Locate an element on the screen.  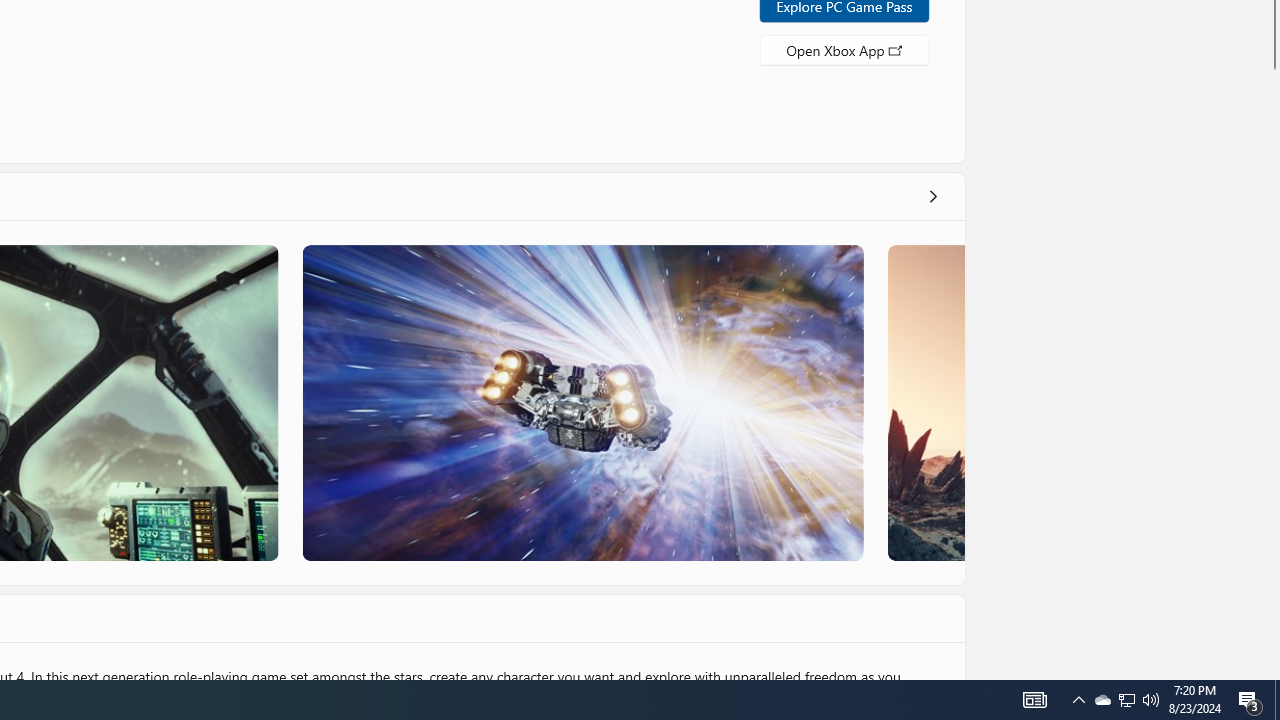
'Open Xbox App' is located at coordinates (844, 48).